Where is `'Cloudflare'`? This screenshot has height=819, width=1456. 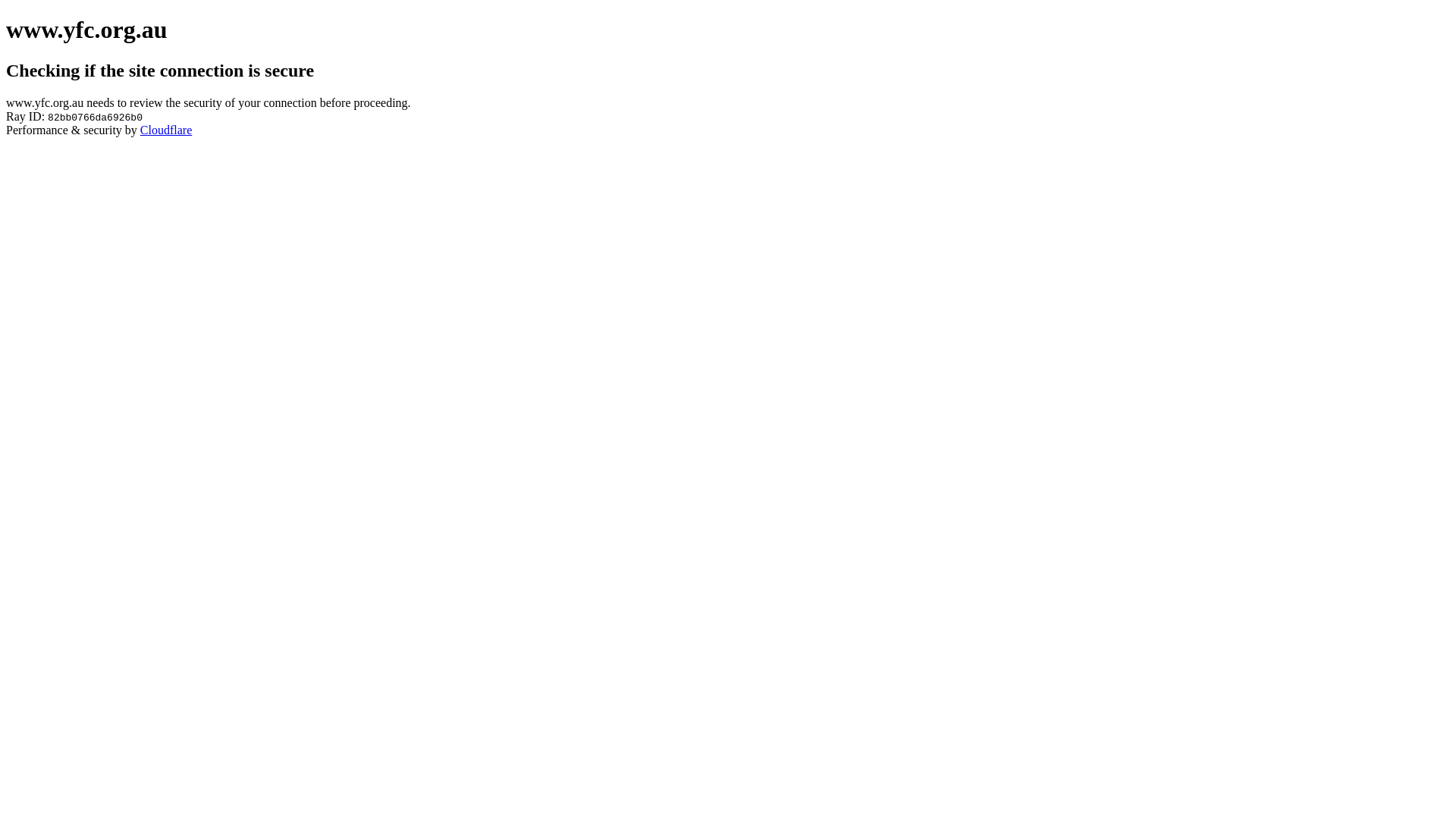 'Cloudflare' is located at coordinates (166, 129).